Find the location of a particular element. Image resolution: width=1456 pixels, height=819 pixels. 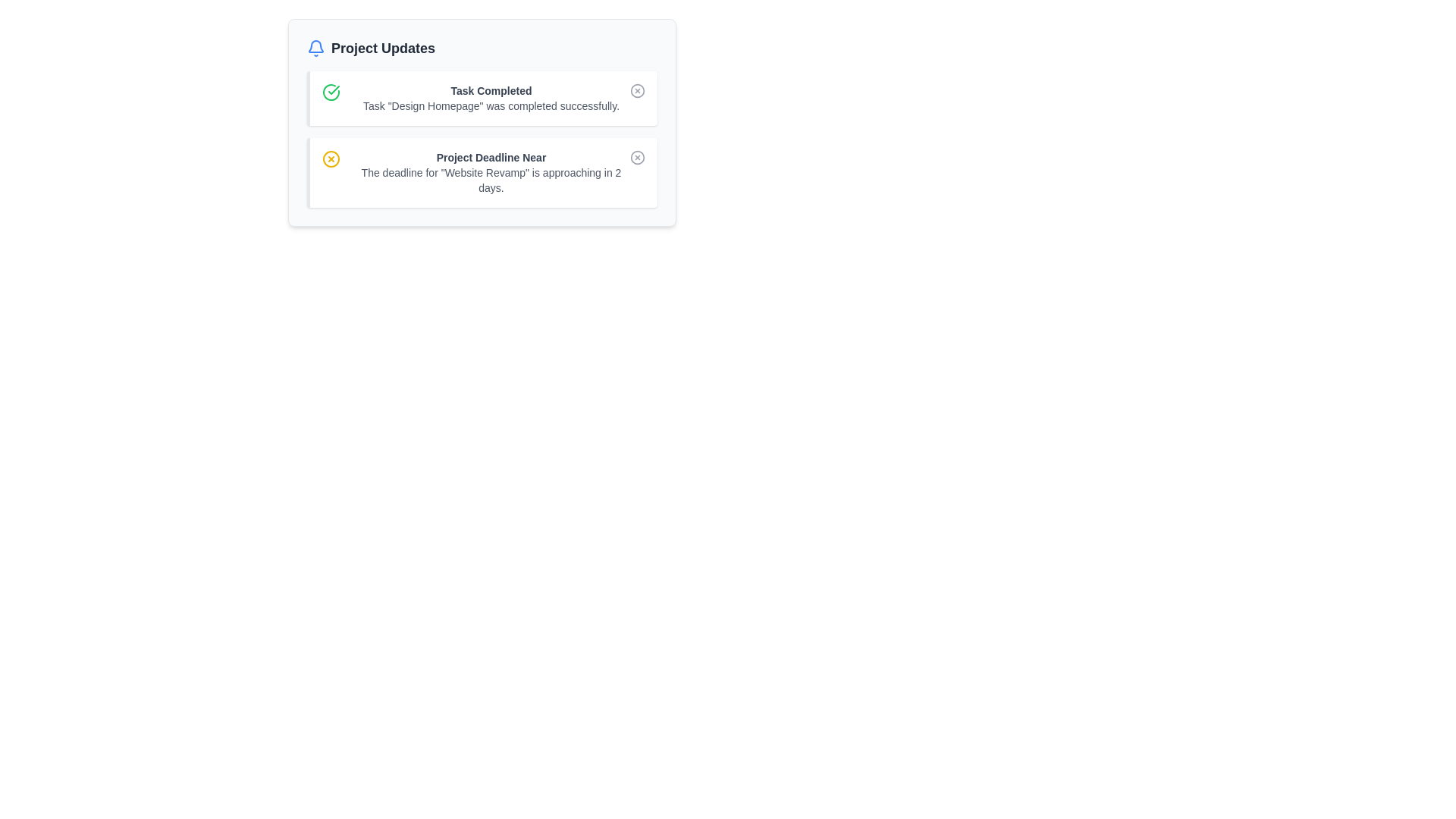

the task completion status icon located at the top-left corner of the 'Task Completed' notification card is located at coordinates (337, 93).